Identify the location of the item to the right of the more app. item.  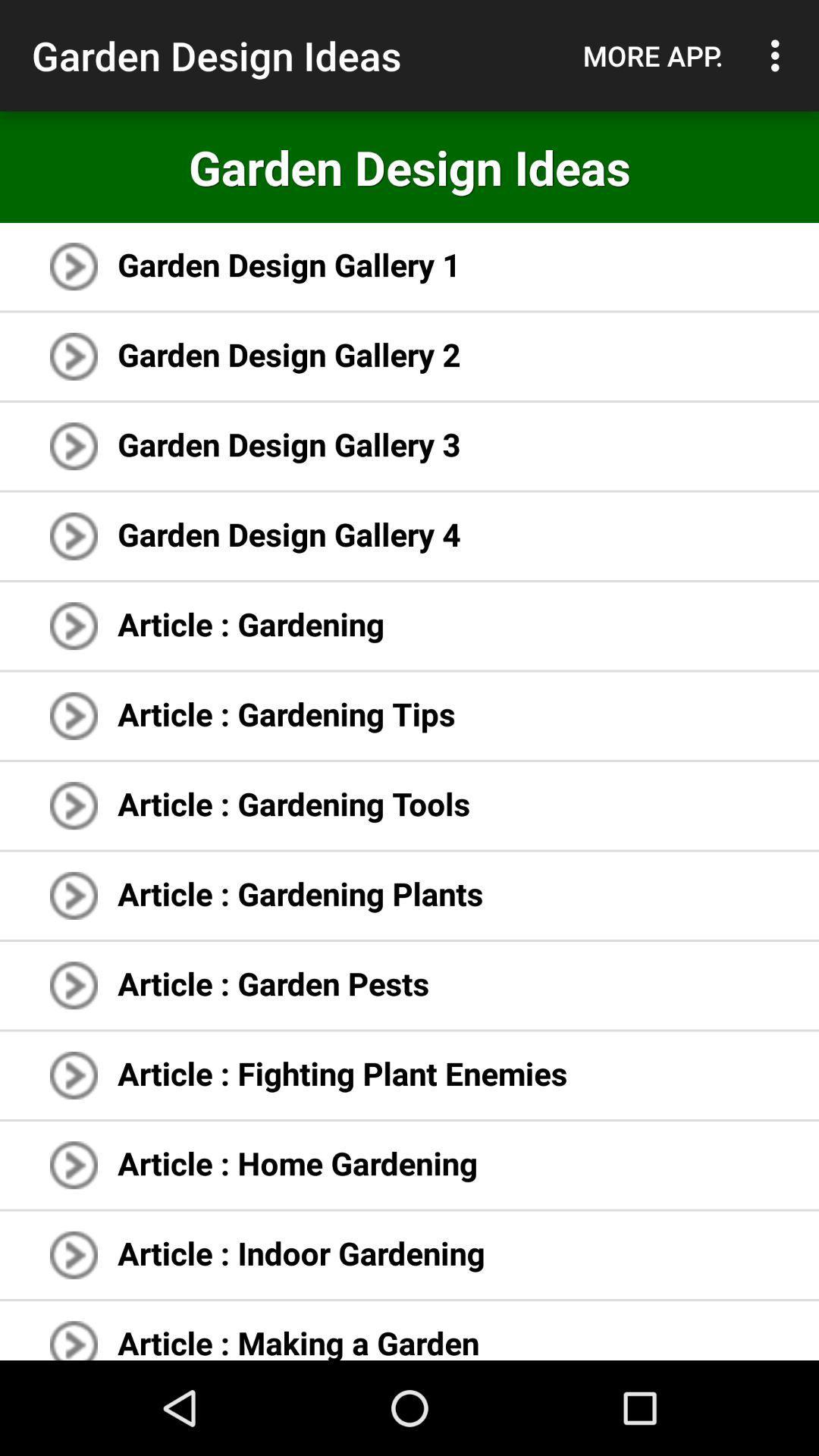
(779, 55).